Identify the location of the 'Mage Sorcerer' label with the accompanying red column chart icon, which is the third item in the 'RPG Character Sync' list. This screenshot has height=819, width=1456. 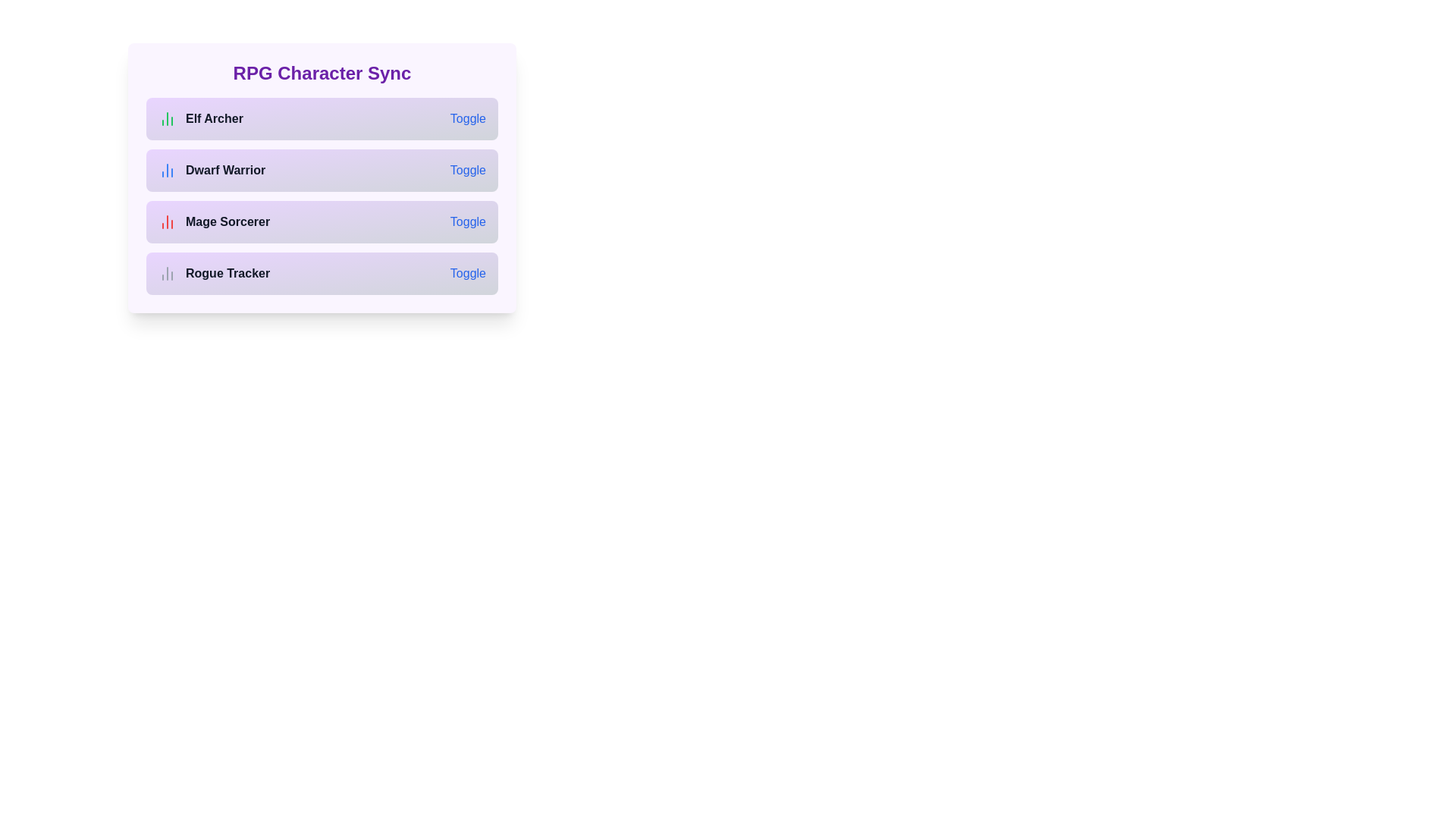
(213, 222).